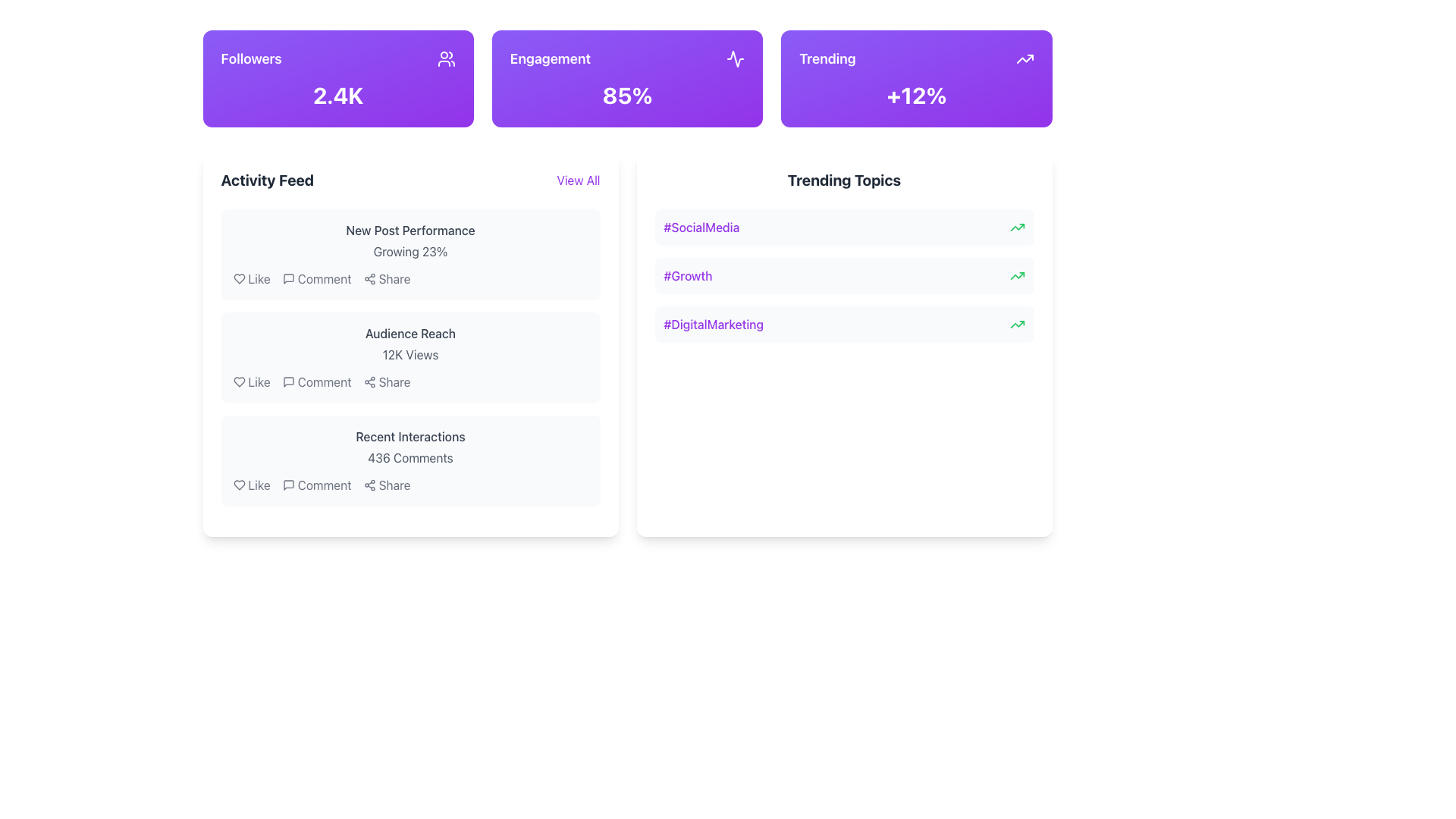  Describe the element at coordinates (316, 485) in the screenshot. I see `the 'Comment' button, the second interactive button in the horizontal group of 'Like', 'Comment', and 'Share' under the 'Recent Interactions' section in the 'Activity Feed'` at that location.